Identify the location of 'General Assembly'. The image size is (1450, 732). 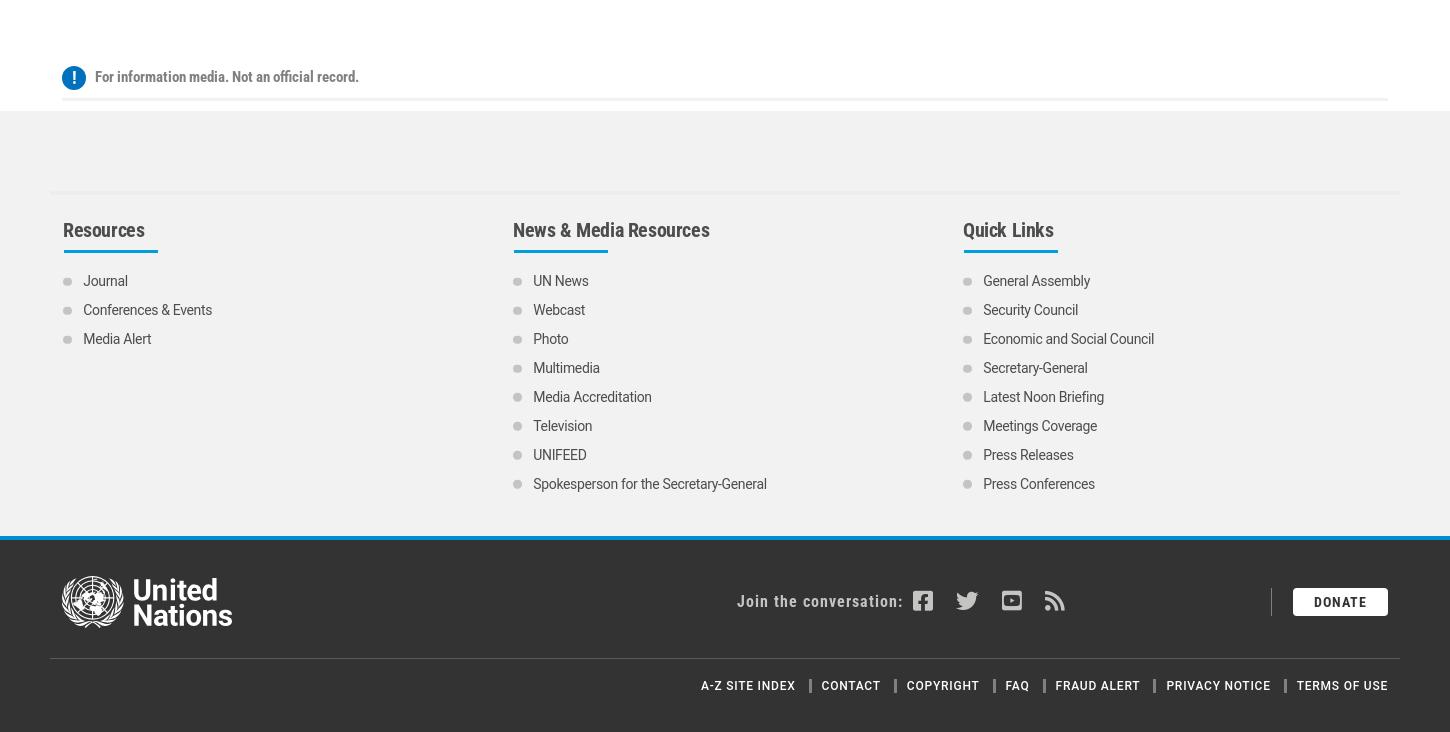
(982, 92).